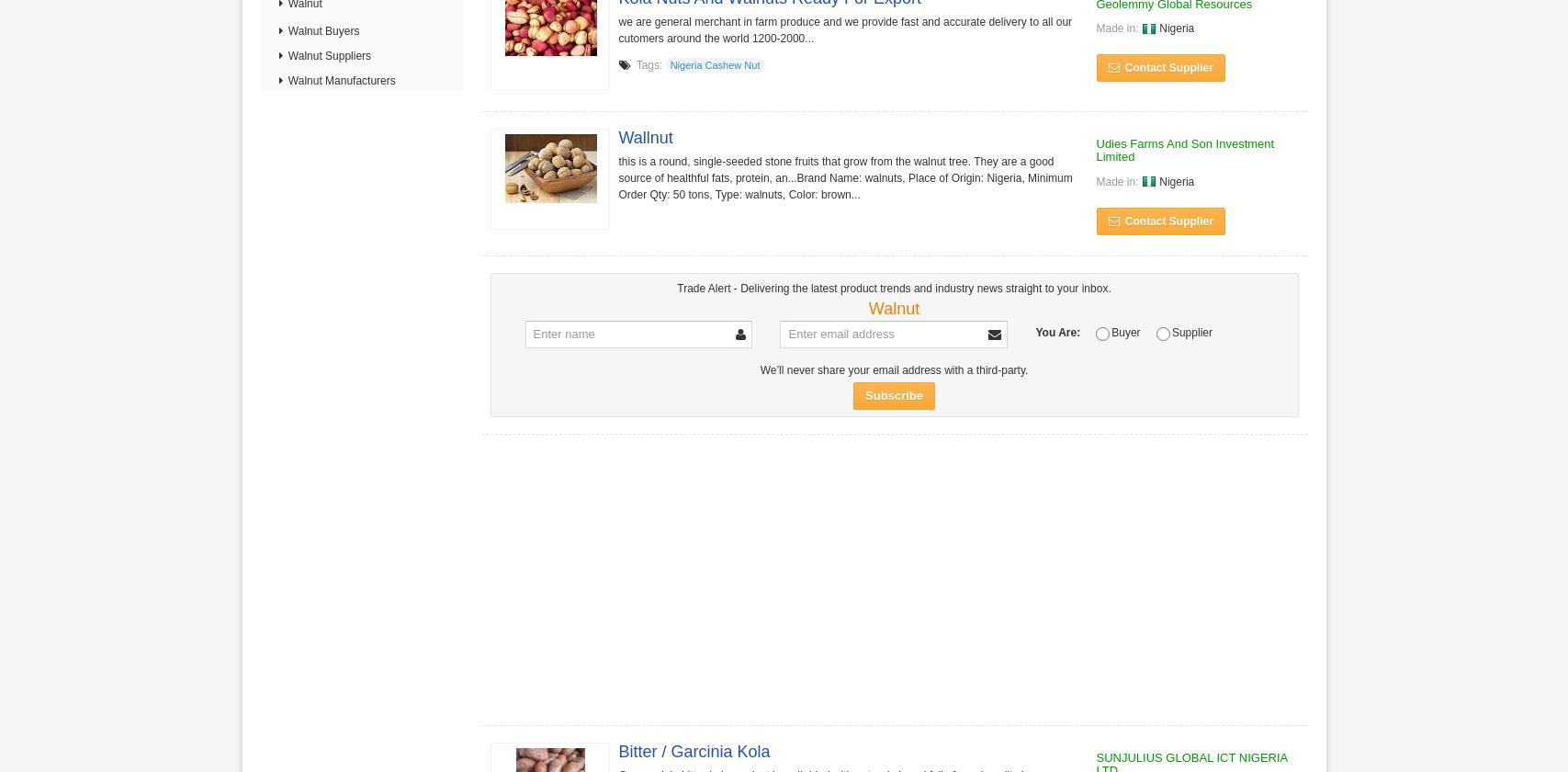 Image resolution: width=1568 pixels, height=772 pixels. What do you see at coordinates (892, 369) in the screenshot?
I see `'We’ll never share your email address with a third-party.'` at bounding box center [892, 369].